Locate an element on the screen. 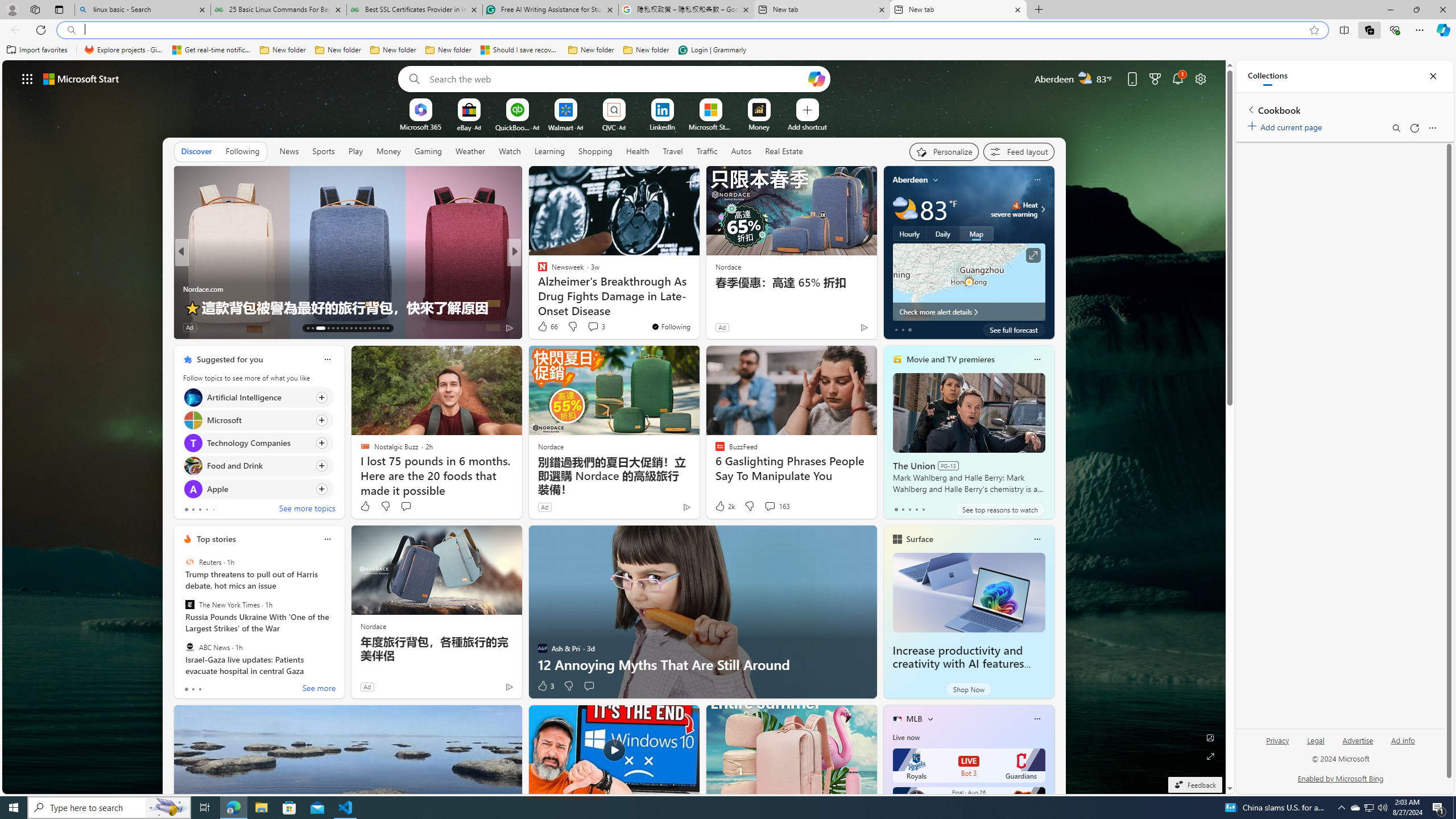 Image resolution: width=1456 pixels, height=819 pixels. 'Play' is located at coordinates (354, 151).